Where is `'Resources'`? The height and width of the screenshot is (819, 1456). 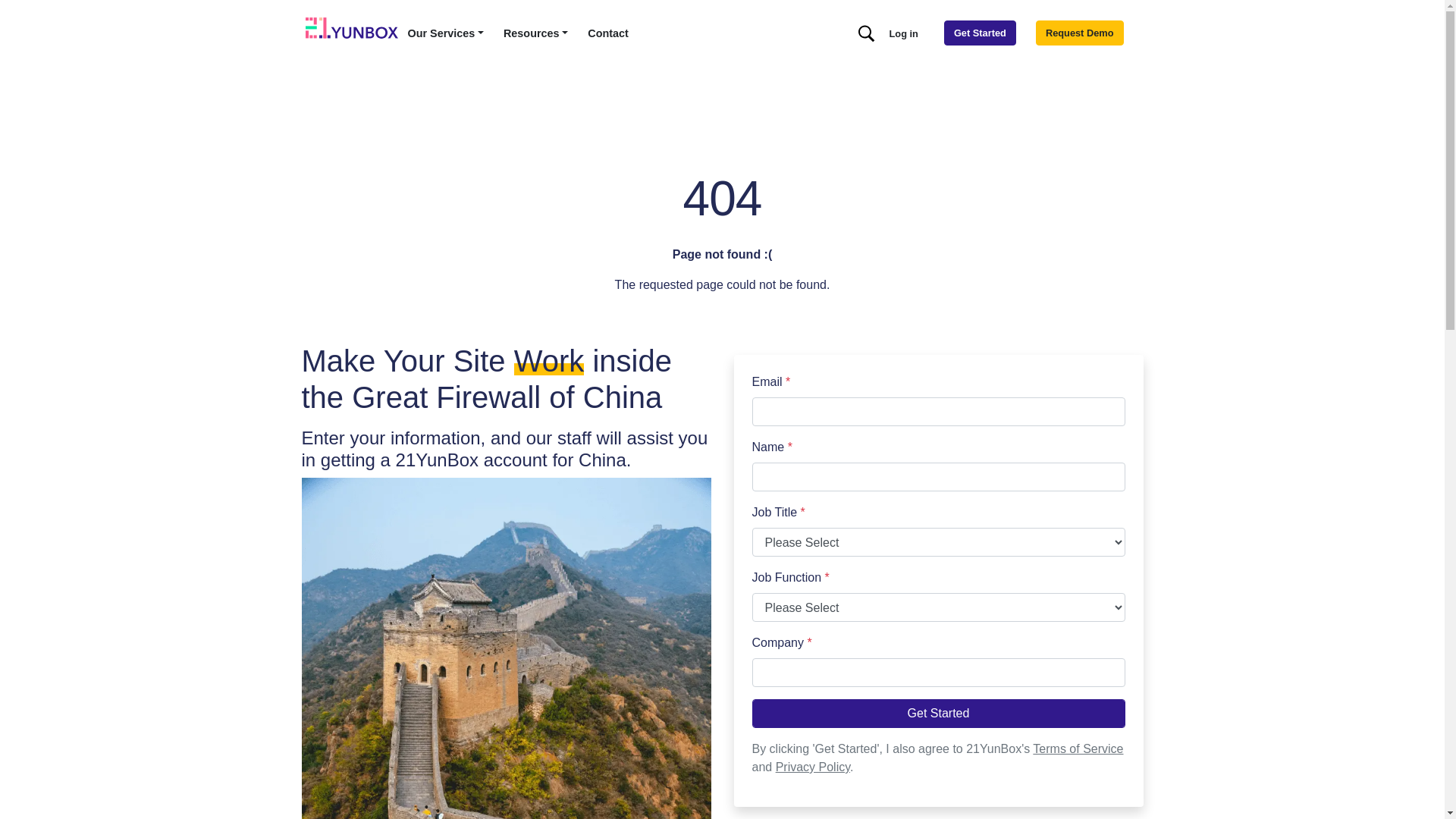
'Resources' is located at coordinates (535, 34).